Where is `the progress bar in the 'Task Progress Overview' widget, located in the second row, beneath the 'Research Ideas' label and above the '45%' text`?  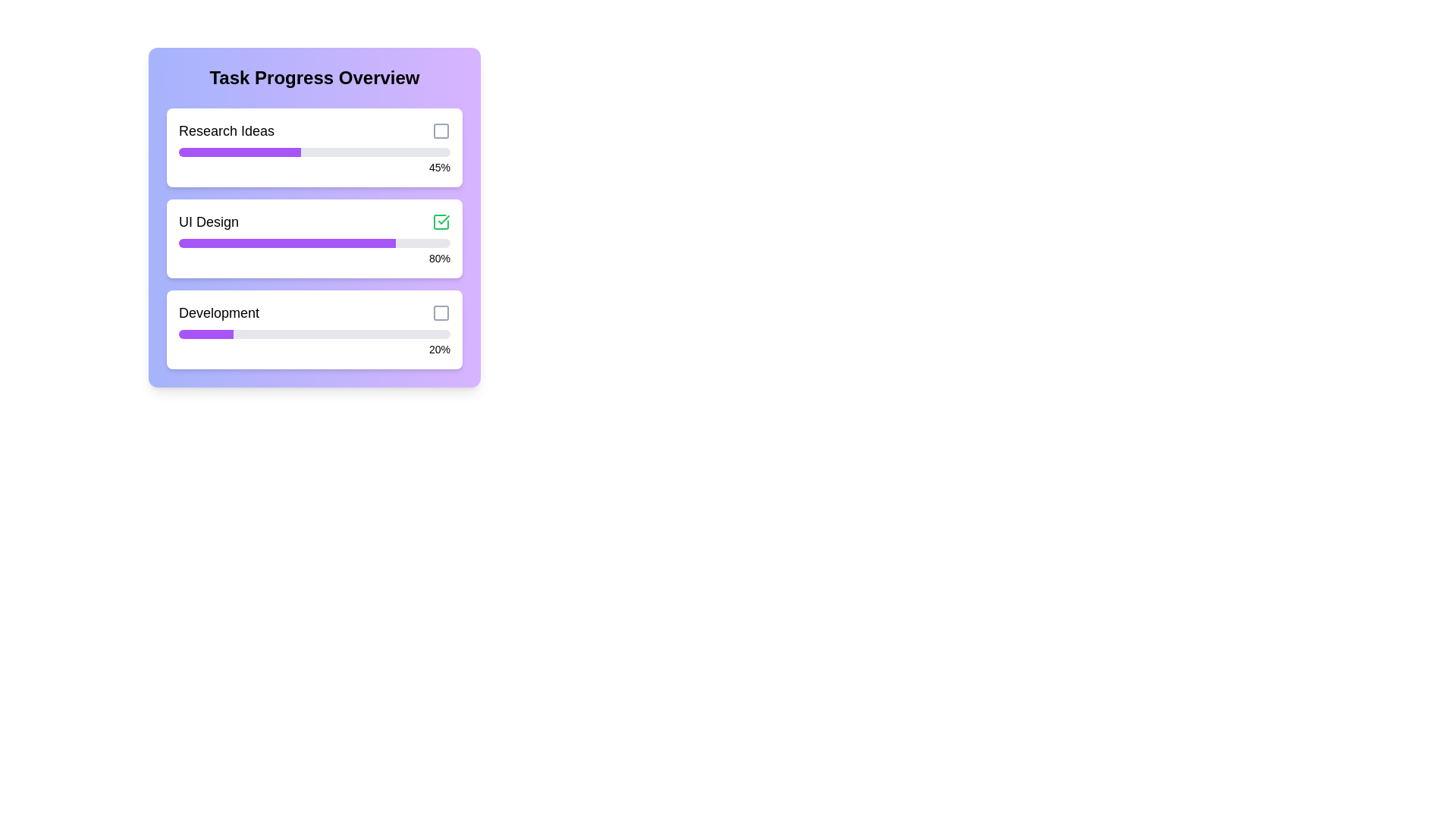 the progress bar in the 'Task Progress Overview' widget, located in the second row, beneath the 'Research Ideas' label and above the '45%' text is located at coordinates (313, 152).